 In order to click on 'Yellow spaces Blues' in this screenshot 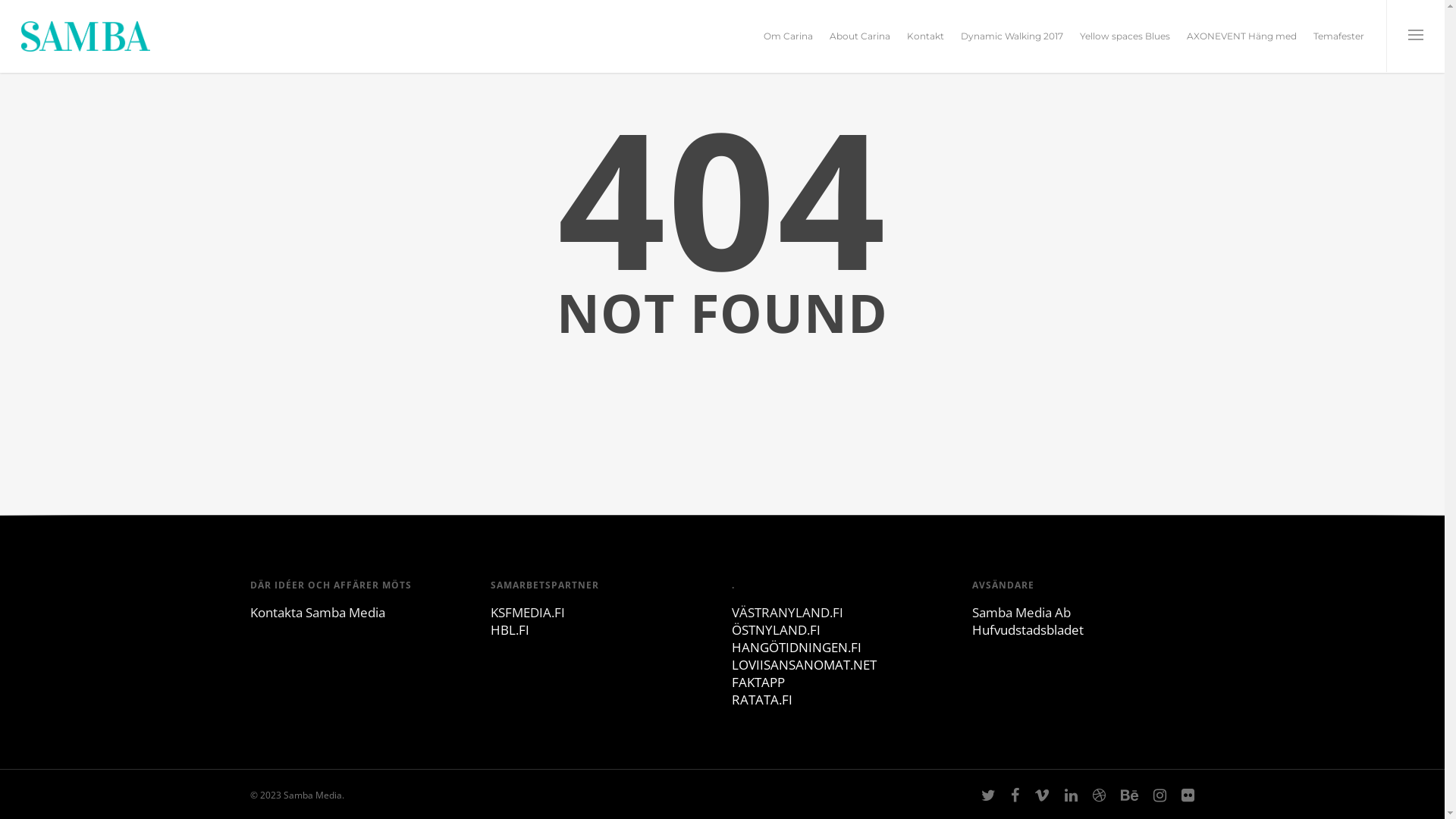, I will do `click(1125, 45)`.